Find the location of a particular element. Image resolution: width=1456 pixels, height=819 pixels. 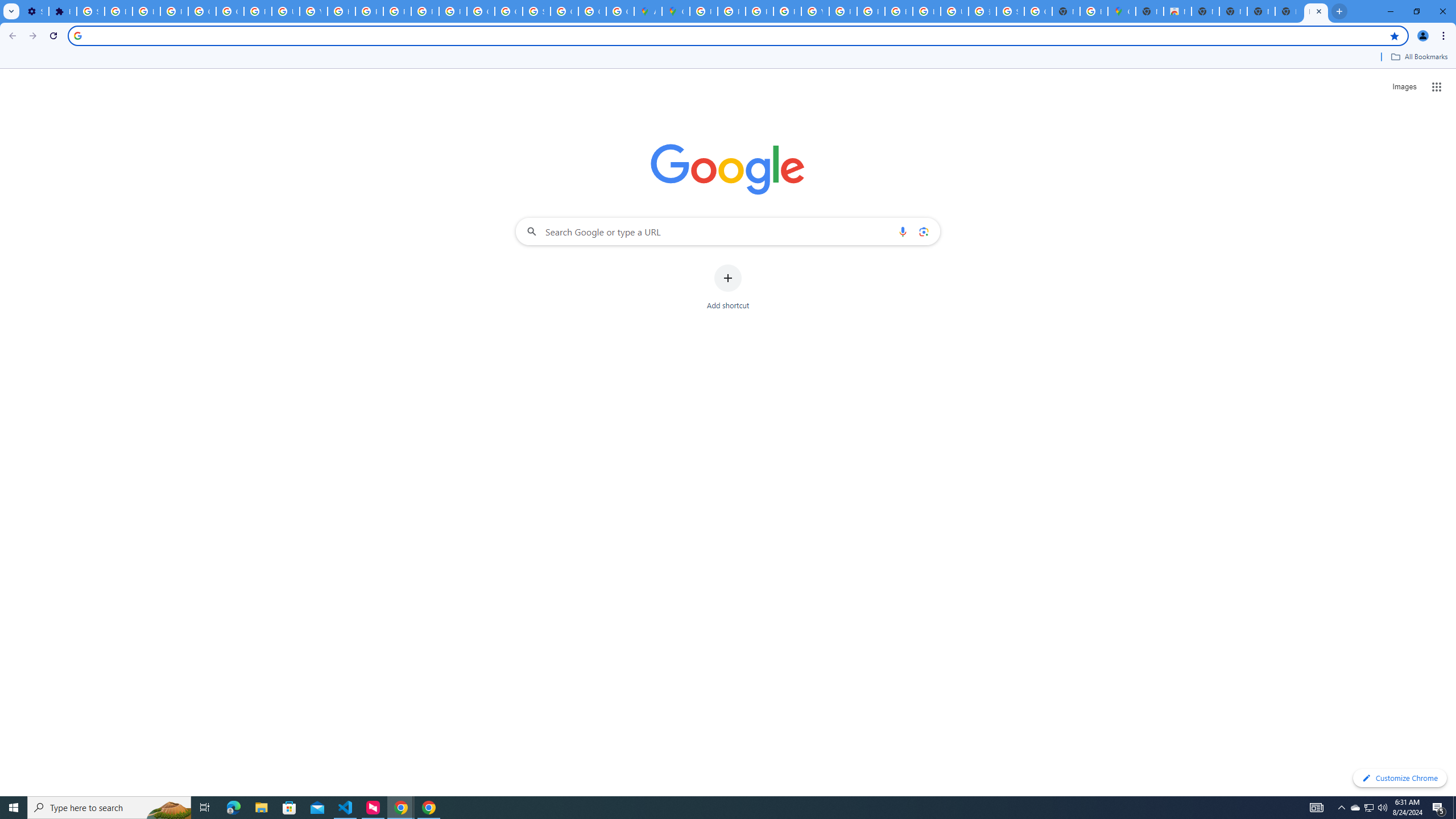

'Customize Chrome' is located at coordinates (1400, 777).